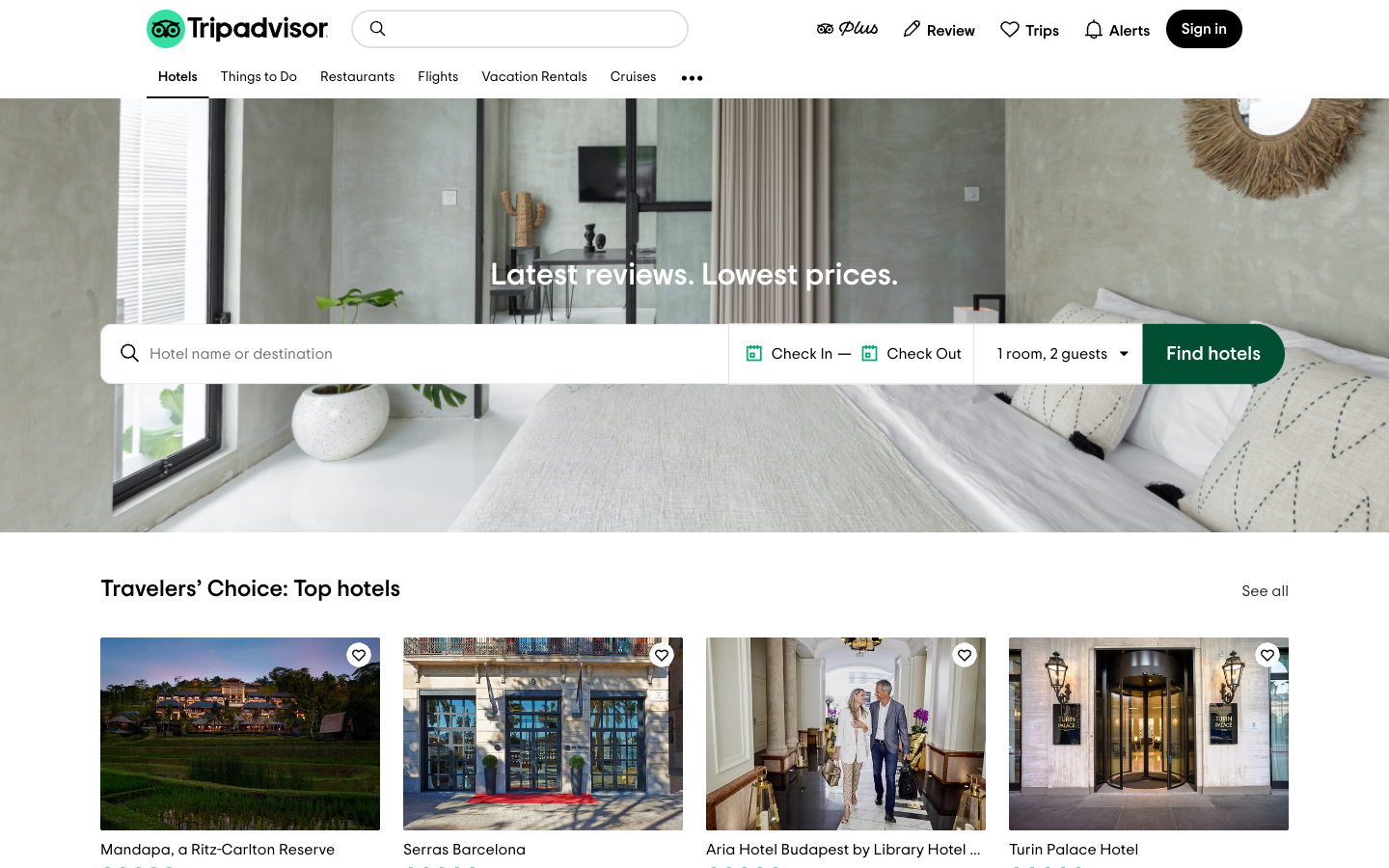 The height and width of the screenshot is (868, 1389). Describe the element at coordinates (1029, 27) in the screenshot. I see `your saved travel plan list` at that location.